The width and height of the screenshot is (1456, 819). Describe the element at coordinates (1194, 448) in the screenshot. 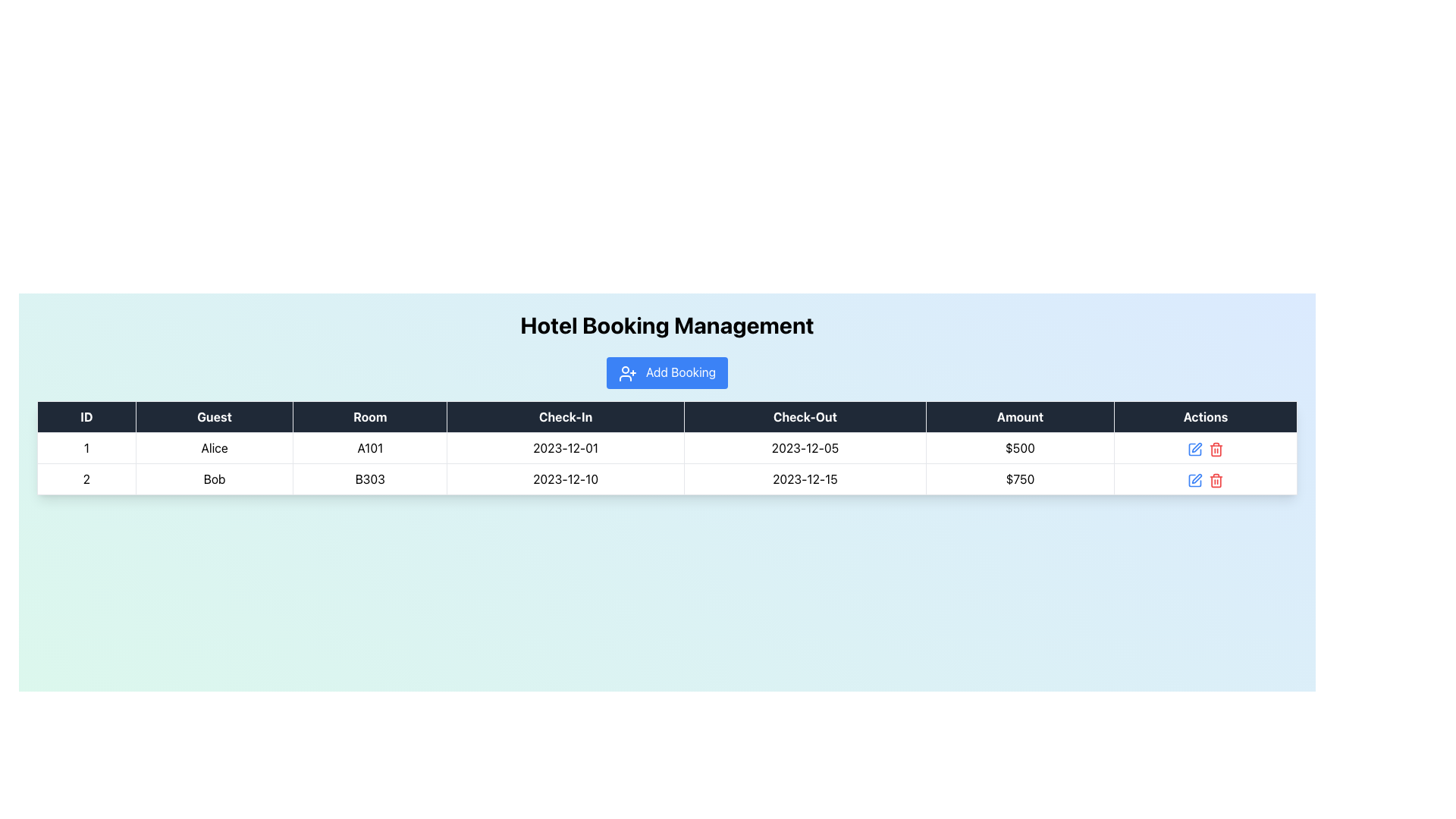

I see `the square-pen icon located in the 'Actions' column of the first row` at that location.